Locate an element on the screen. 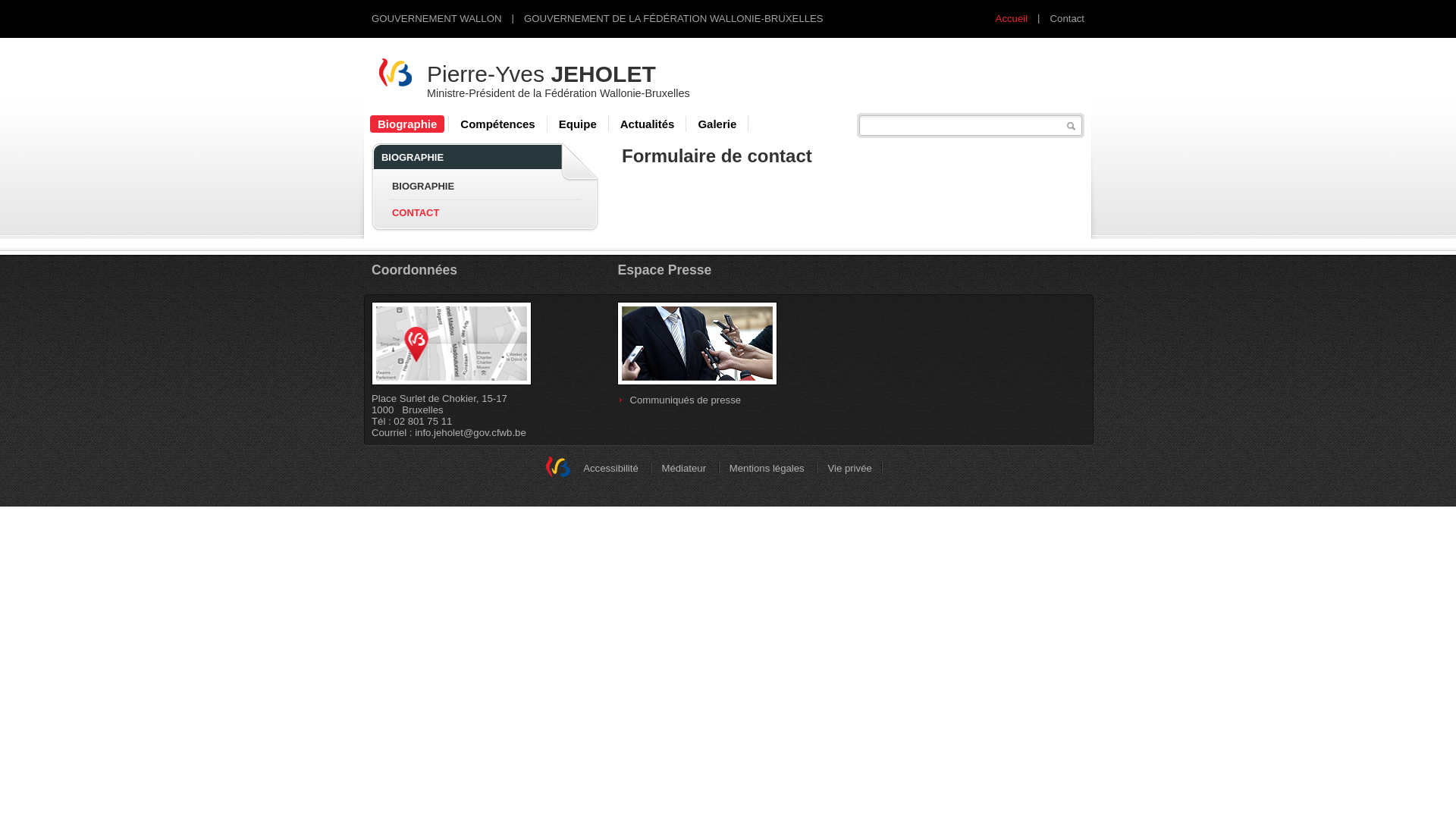 The width and height of the screenshot is (1456, 819). 'presse' is located at coordinates (696, 343).